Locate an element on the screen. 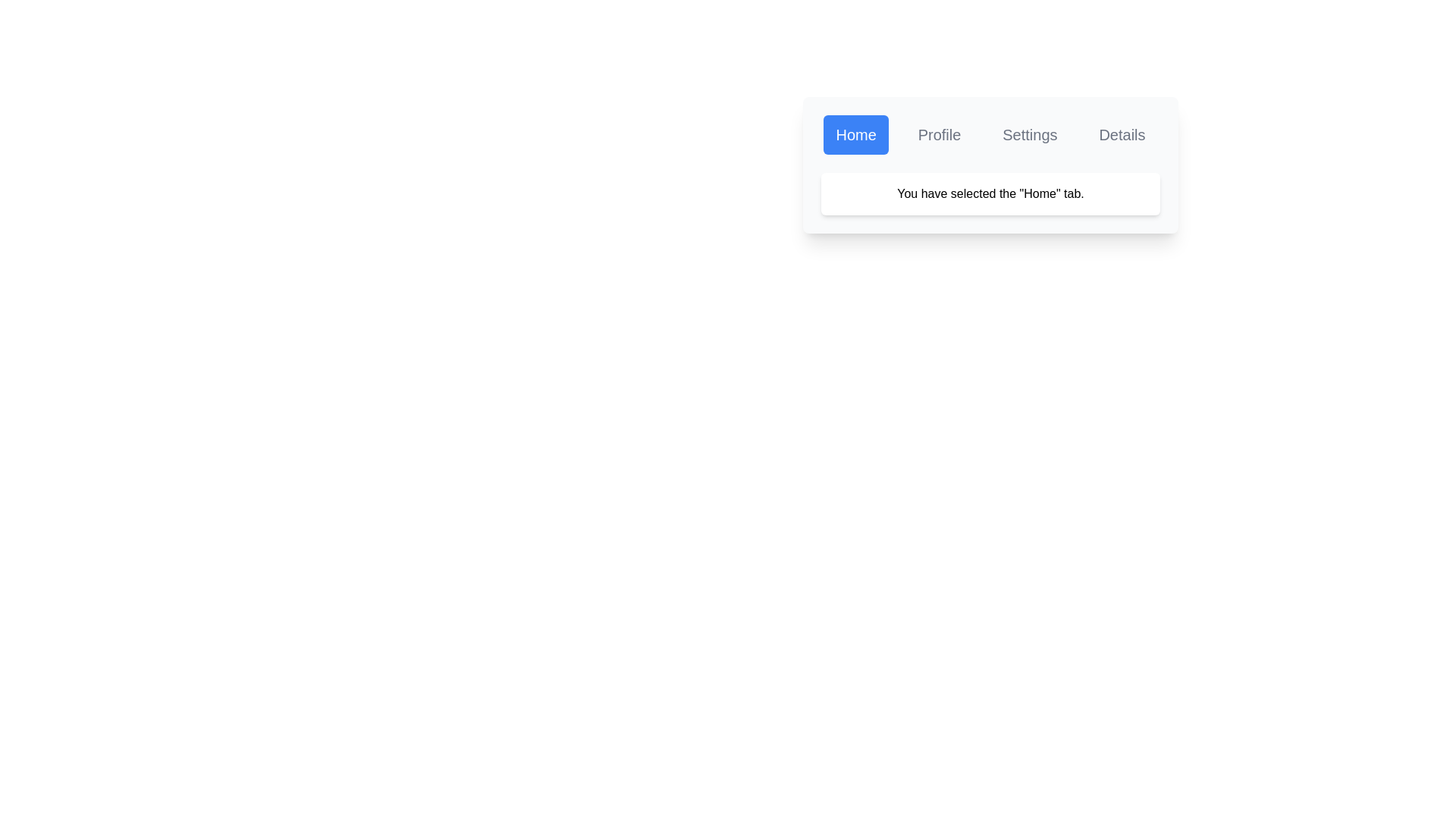 This screenshot has width=1456, height=819. the Details tab is located at coordinates (1122, 133).